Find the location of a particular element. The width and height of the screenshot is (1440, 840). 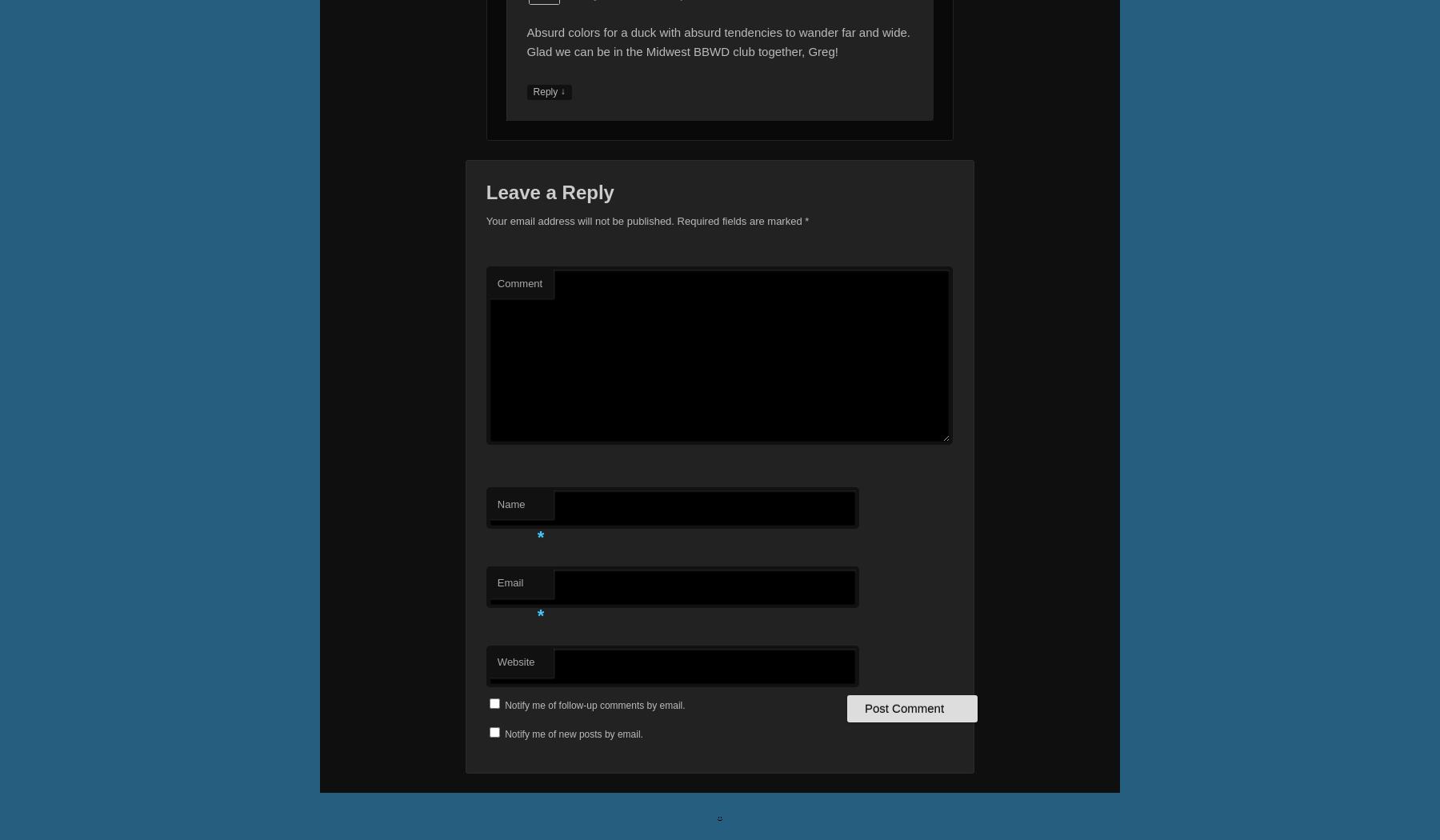

'Reply' is located at coordinates (545, 90).